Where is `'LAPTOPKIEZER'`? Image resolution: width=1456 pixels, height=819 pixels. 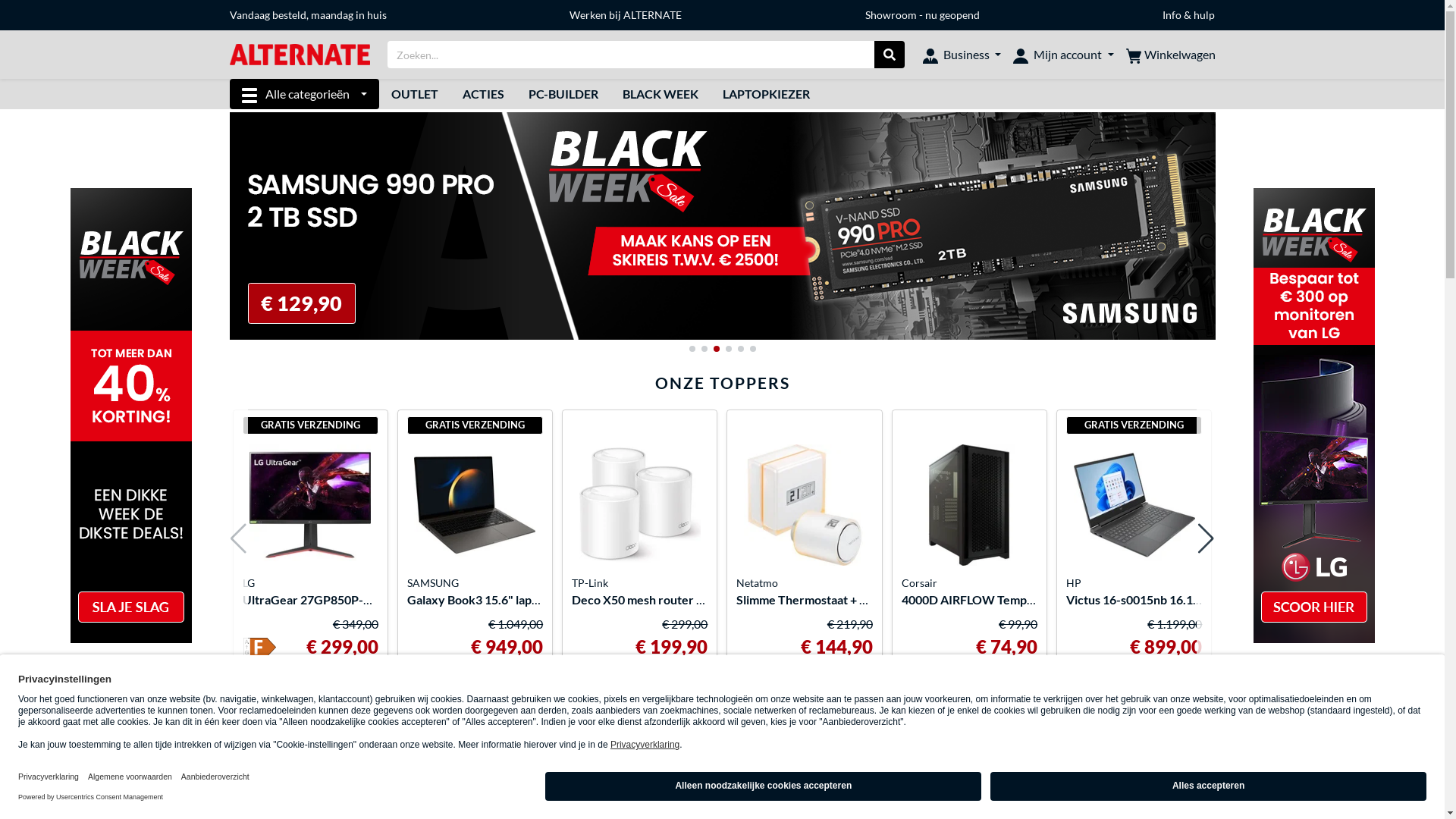
'LAPTOPKIEZER' is located at coordinates (709, 93).